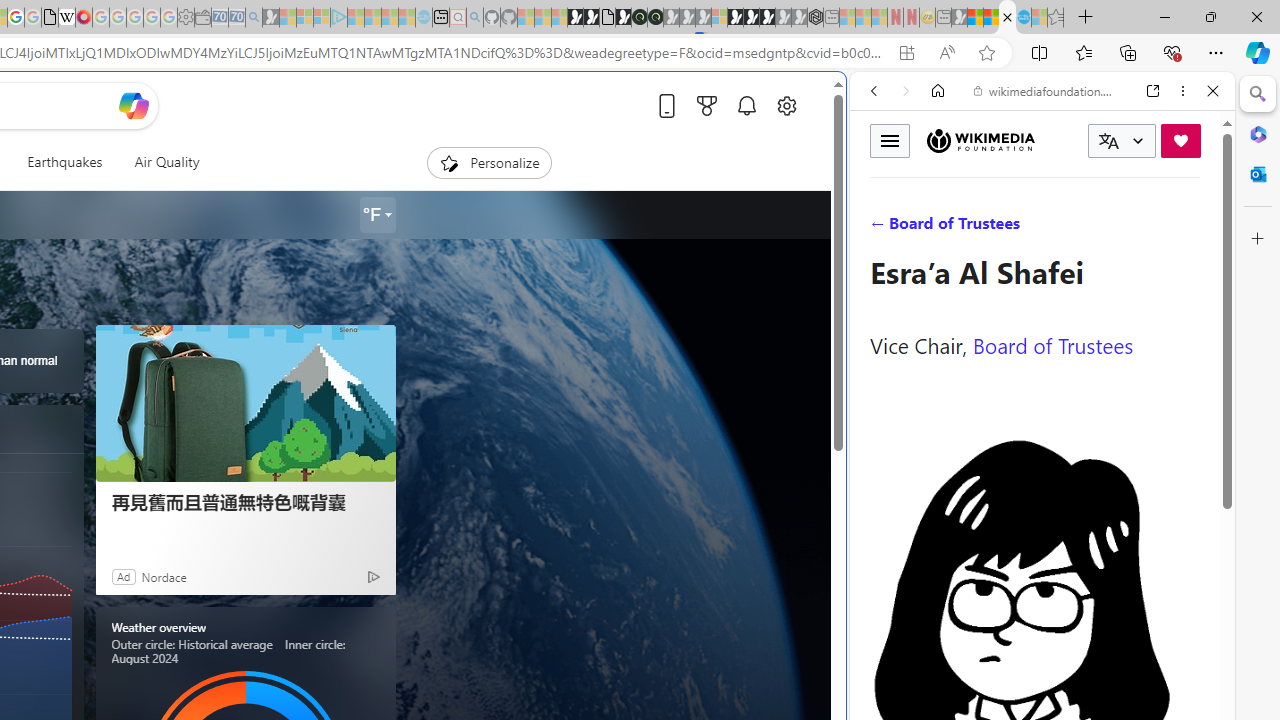  I want to click on 'Donate now', so click(1180, 139).